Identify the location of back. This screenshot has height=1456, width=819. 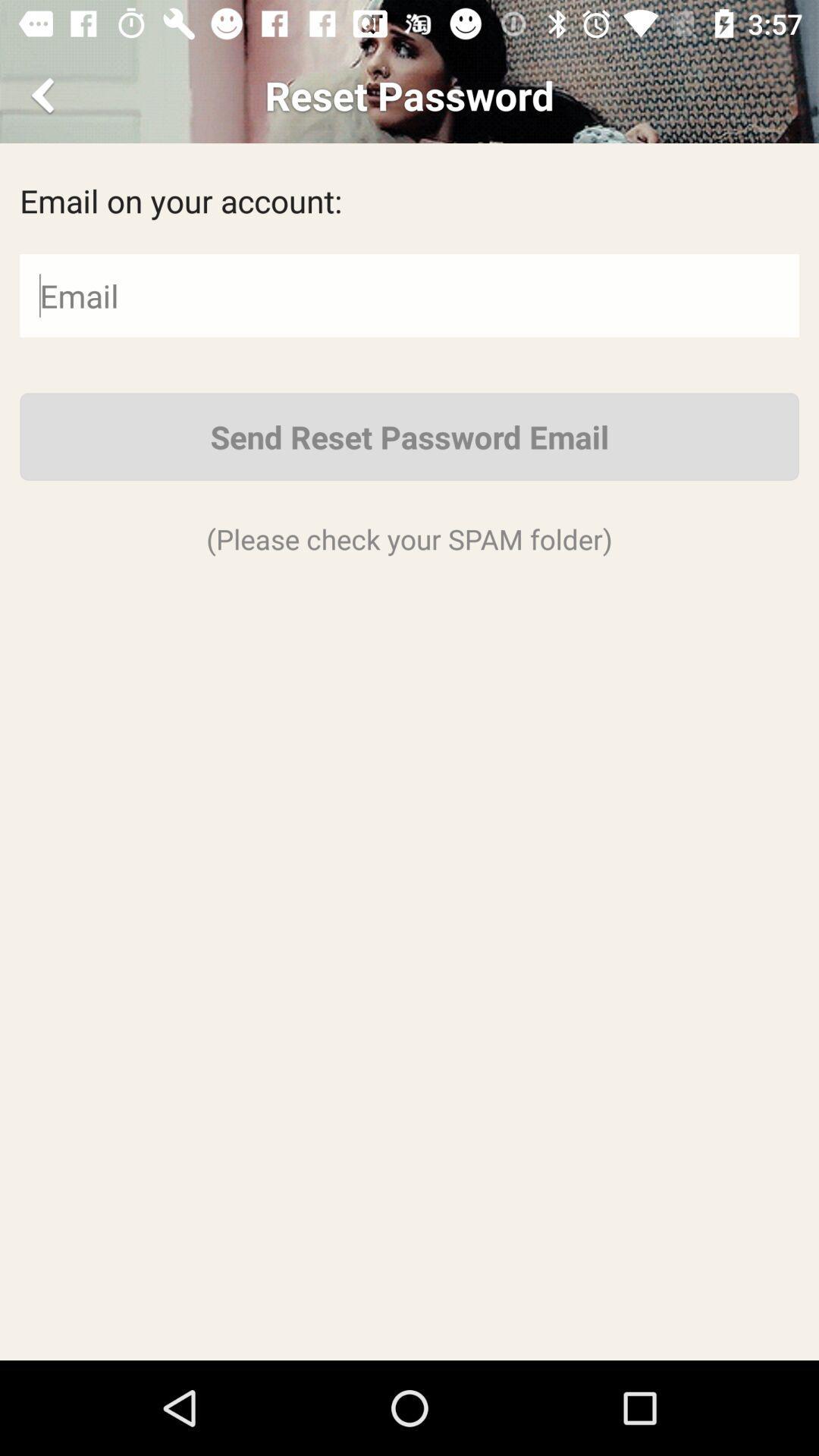
(45, 94).